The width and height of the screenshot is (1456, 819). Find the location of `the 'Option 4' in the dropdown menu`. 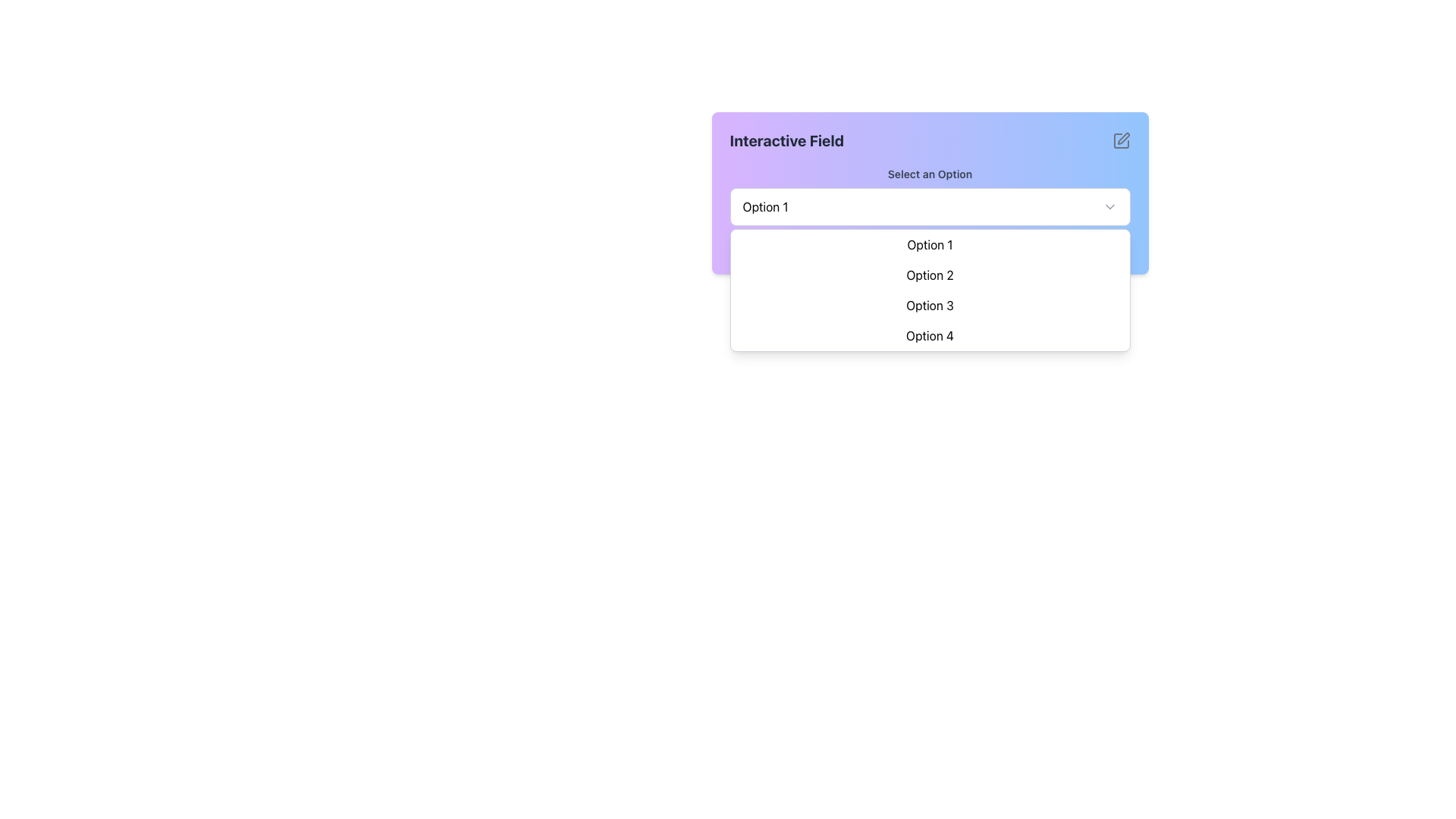

the 'Option 4' in the dropdown menu is located at coordinates (929, 335).